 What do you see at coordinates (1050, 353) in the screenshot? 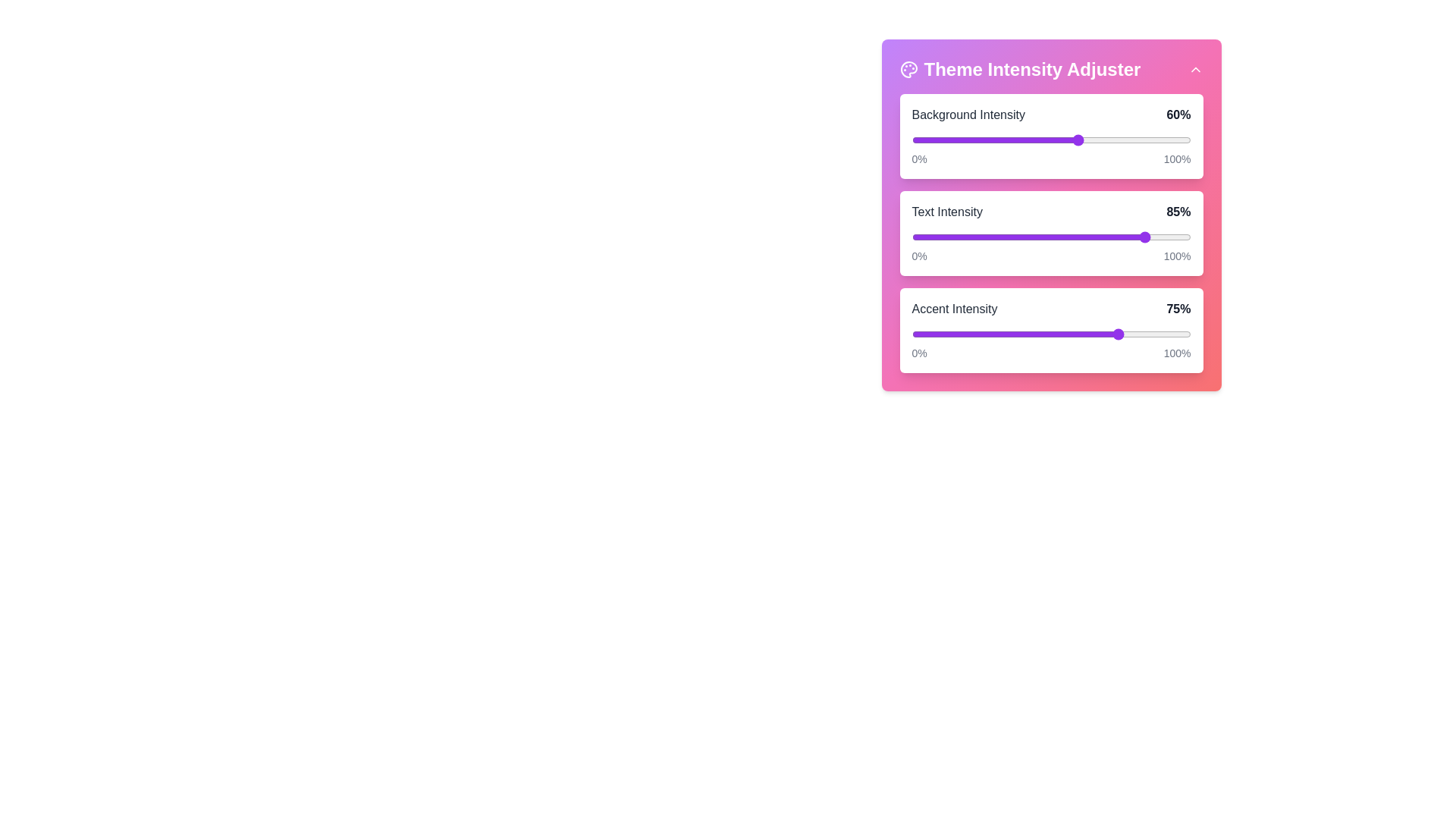
I see `the Label pair for range indicator element displaying '0%' on the left and '100%' on the right, which is positioned directly underneath the Accent Intensity slider` at bounding box center [1050, 353].